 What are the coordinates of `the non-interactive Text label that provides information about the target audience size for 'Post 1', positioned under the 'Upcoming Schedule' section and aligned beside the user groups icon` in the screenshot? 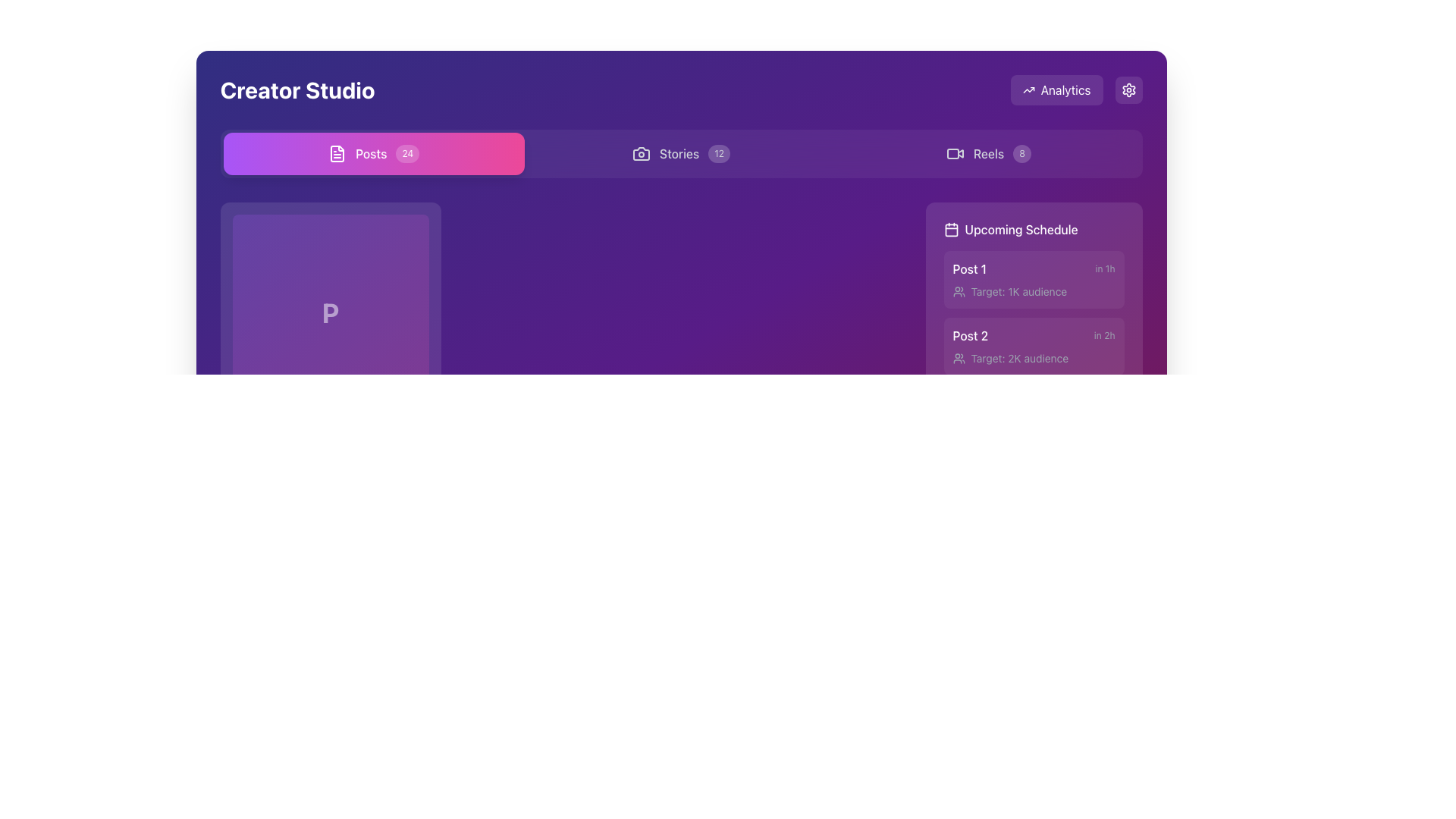 It's located at (1018, 292).